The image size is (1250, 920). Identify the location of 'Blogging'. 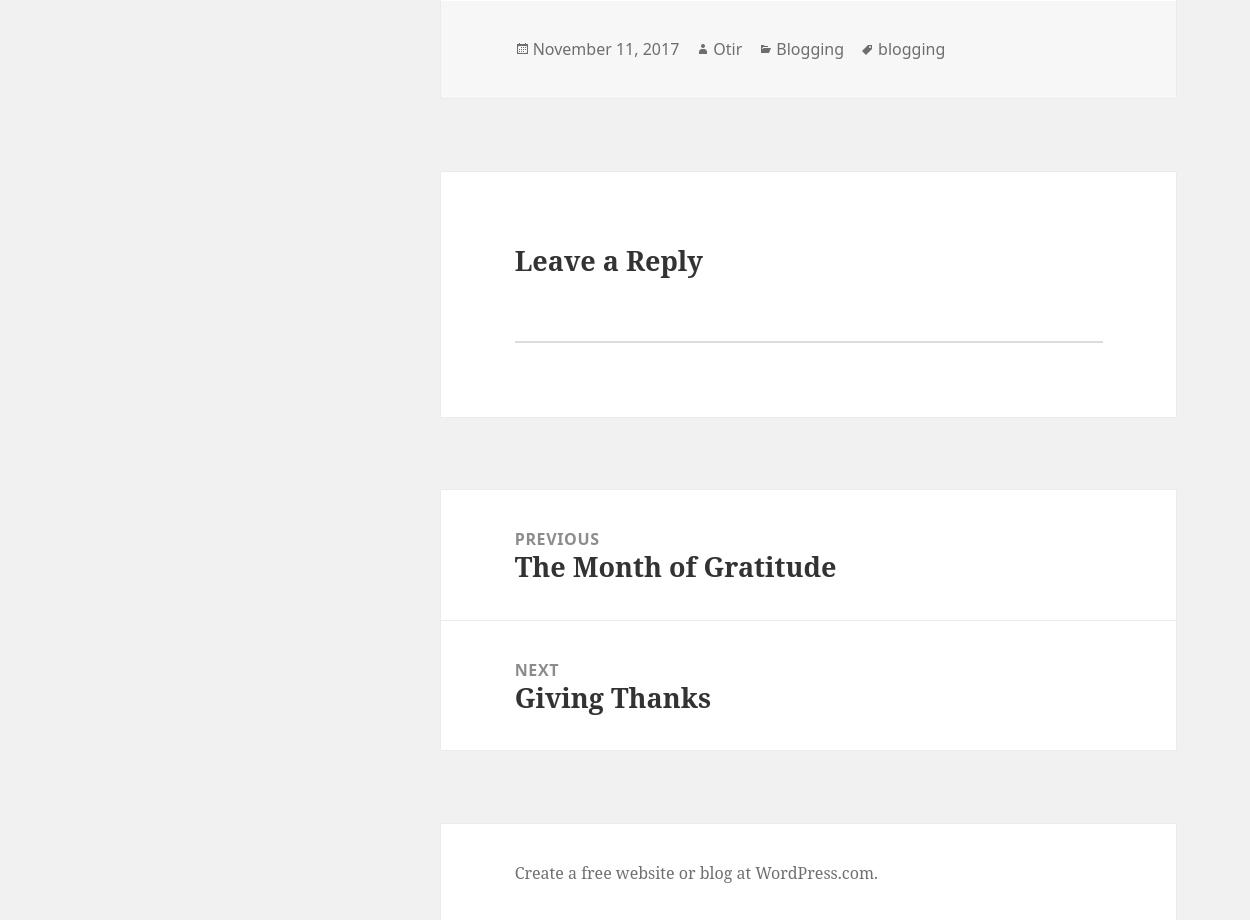
(810, 49).